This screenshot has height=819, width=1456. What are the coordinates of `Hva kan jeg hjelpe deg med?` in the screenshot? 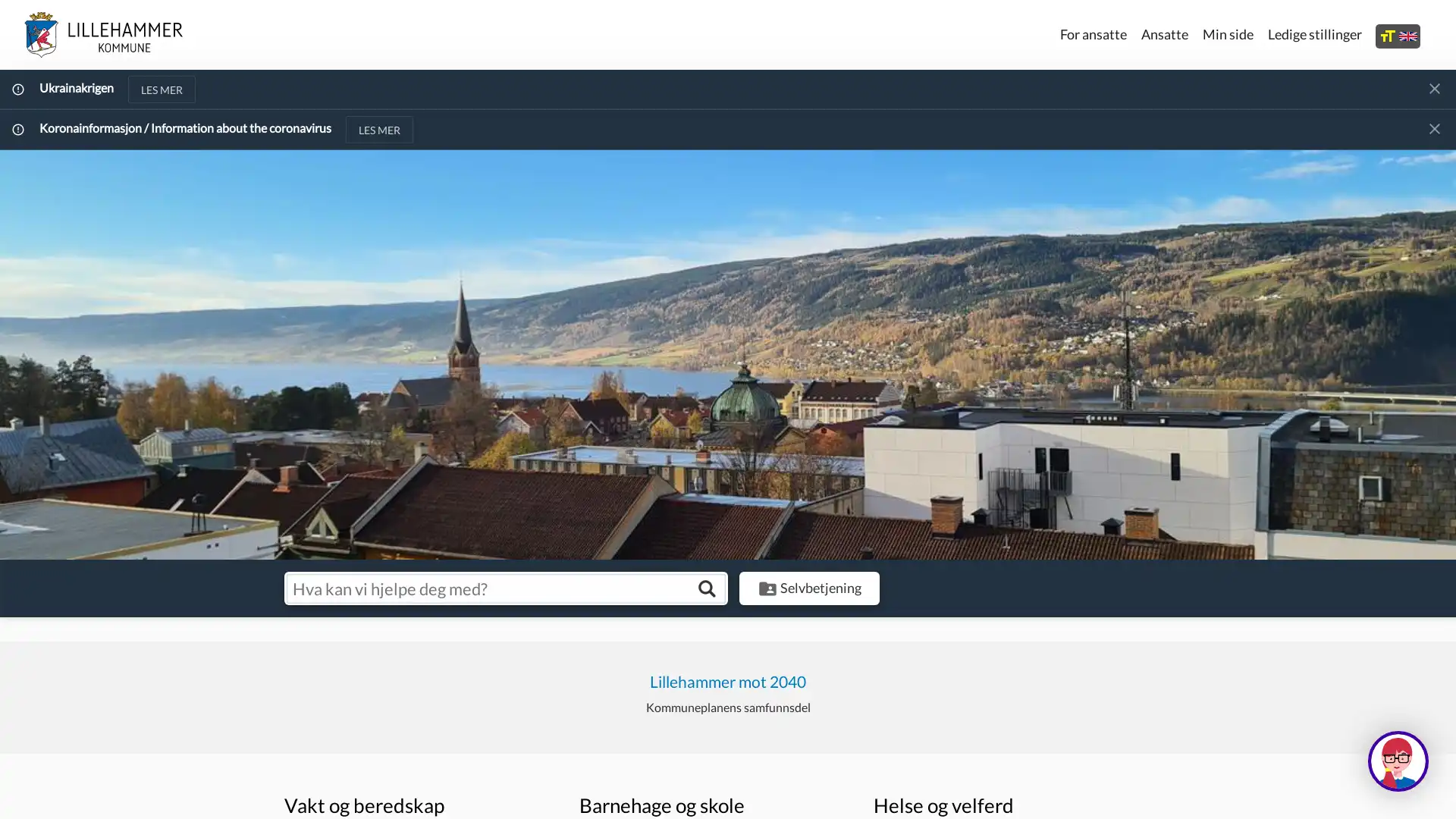 It's located at (1397, 761).